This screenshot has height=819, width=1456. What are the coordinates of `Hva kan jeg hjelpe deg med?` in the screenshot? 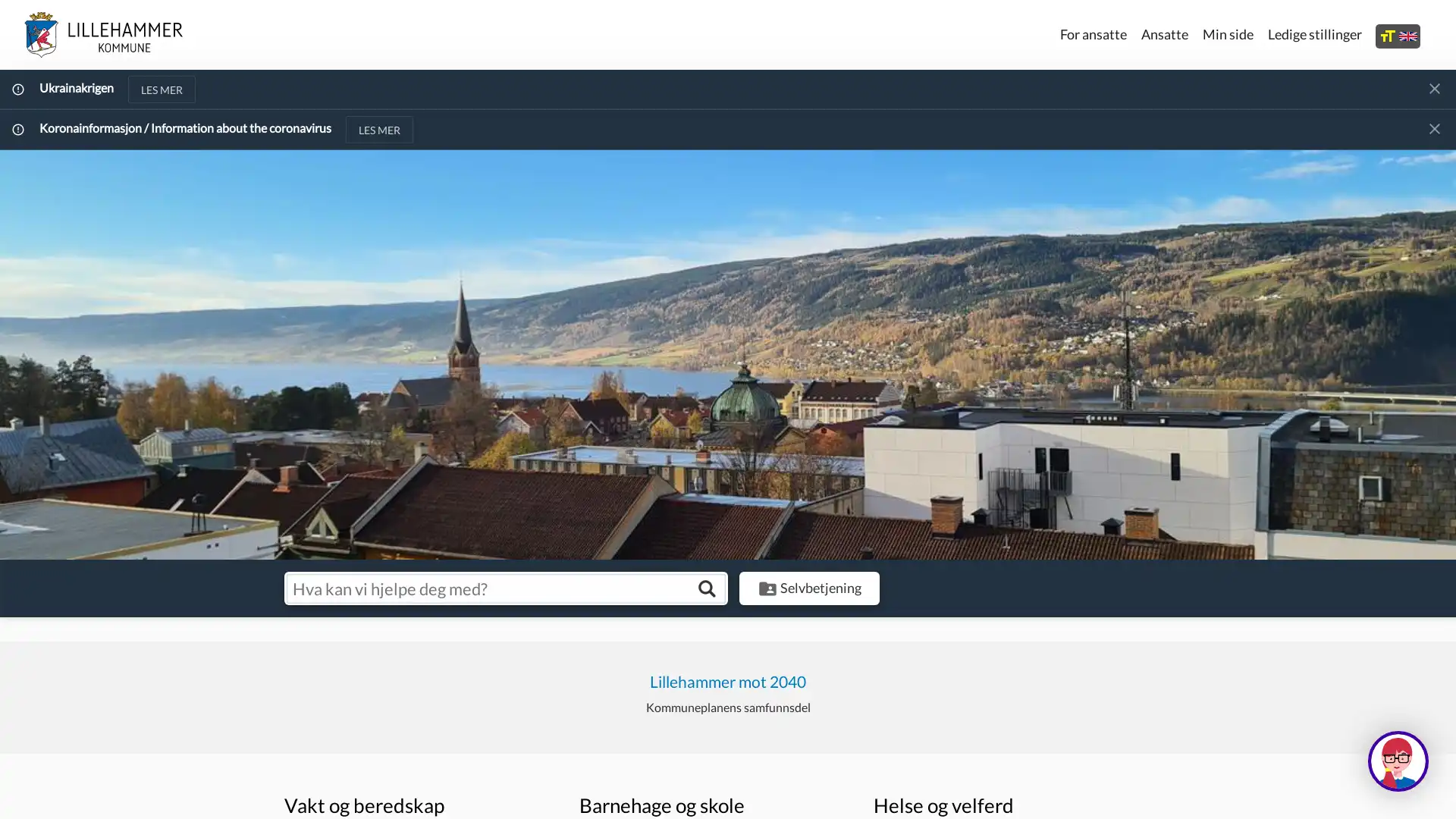 It's located at (1397, 761).